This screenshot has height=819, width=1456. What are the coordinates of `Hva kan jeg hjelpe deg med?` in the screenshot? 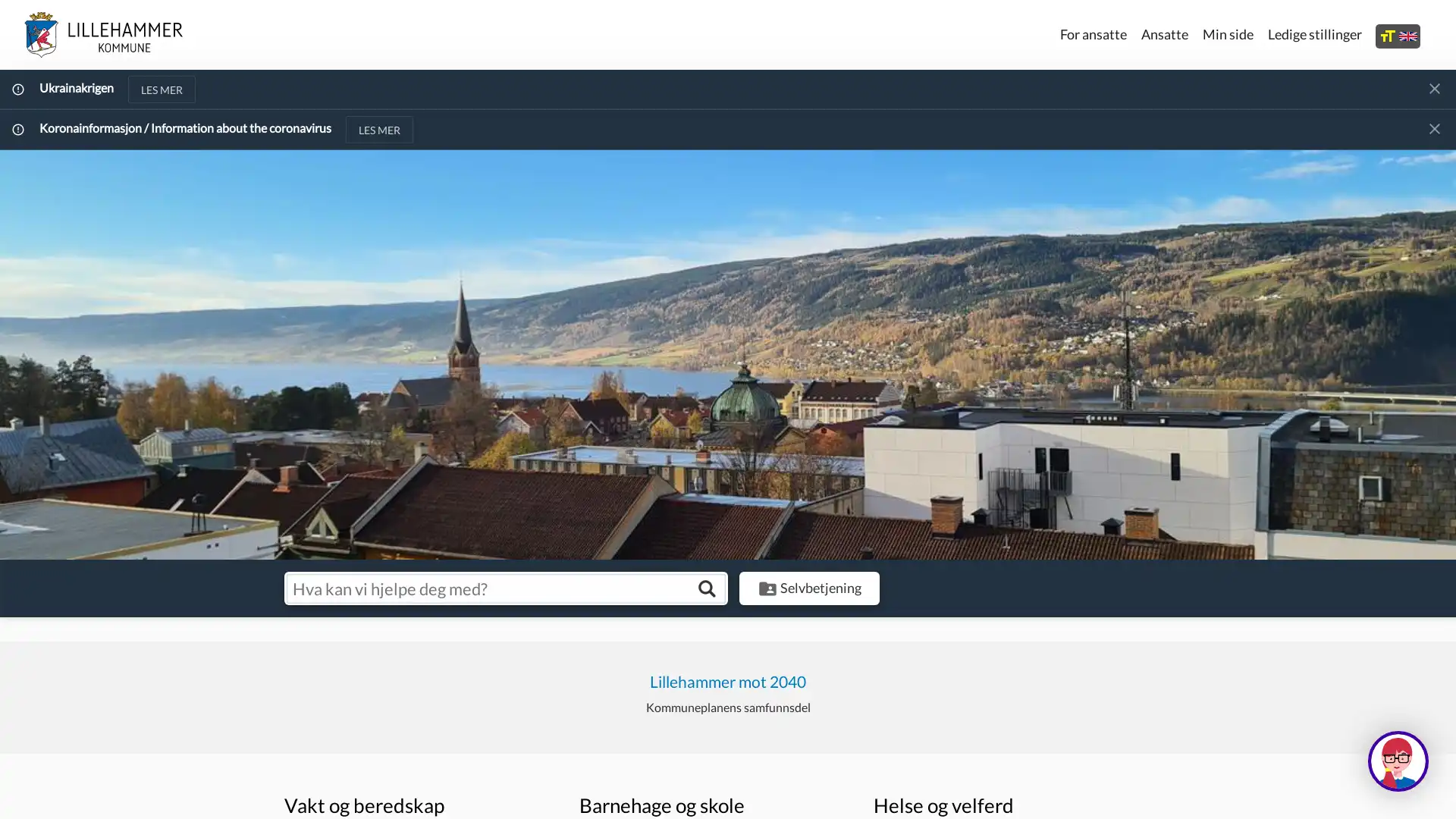 It's located at (1397, 761).